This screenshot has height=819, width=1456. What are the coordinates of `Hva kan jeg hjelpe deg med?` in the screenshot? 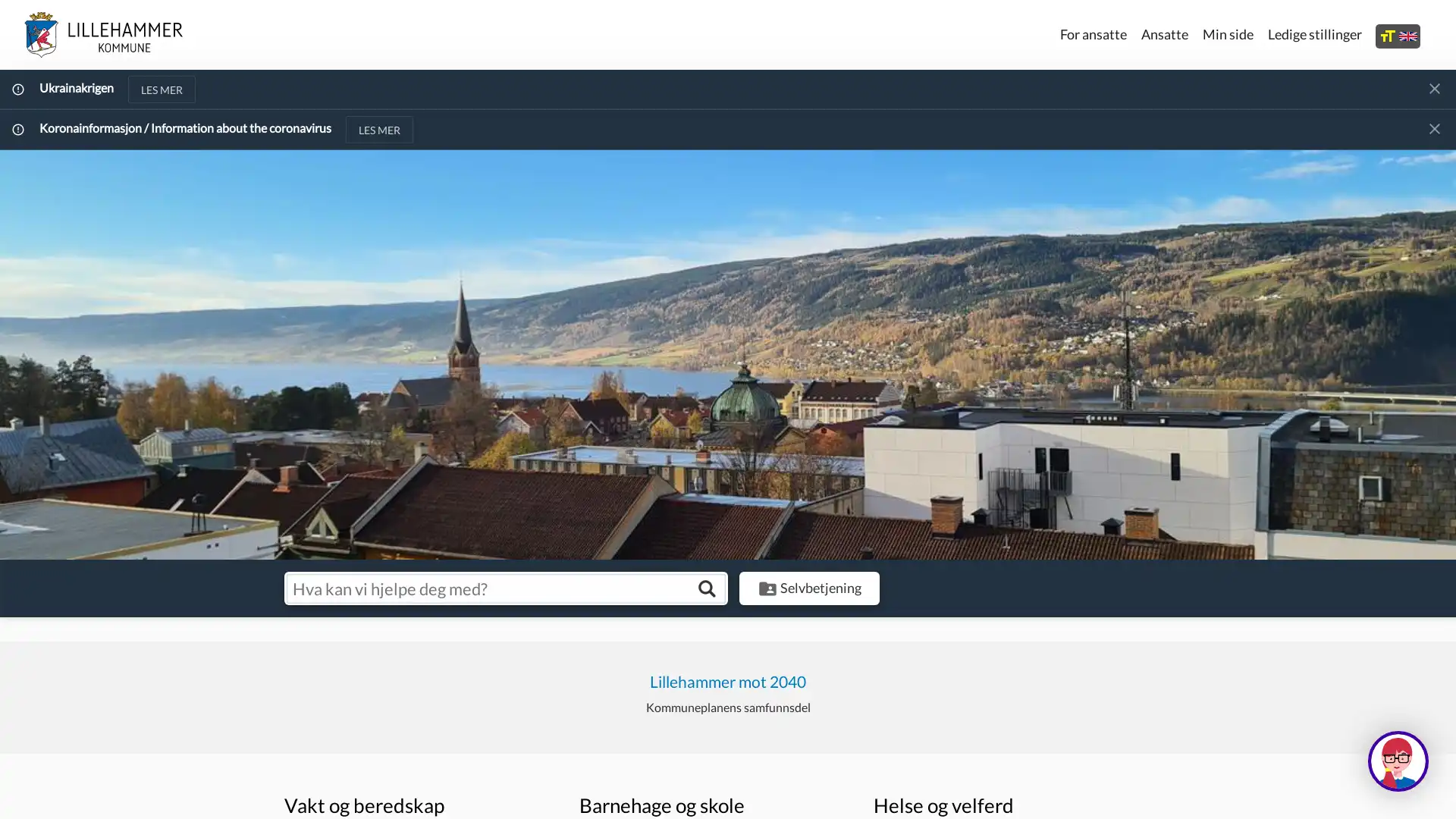 It's located at (1397, 761).